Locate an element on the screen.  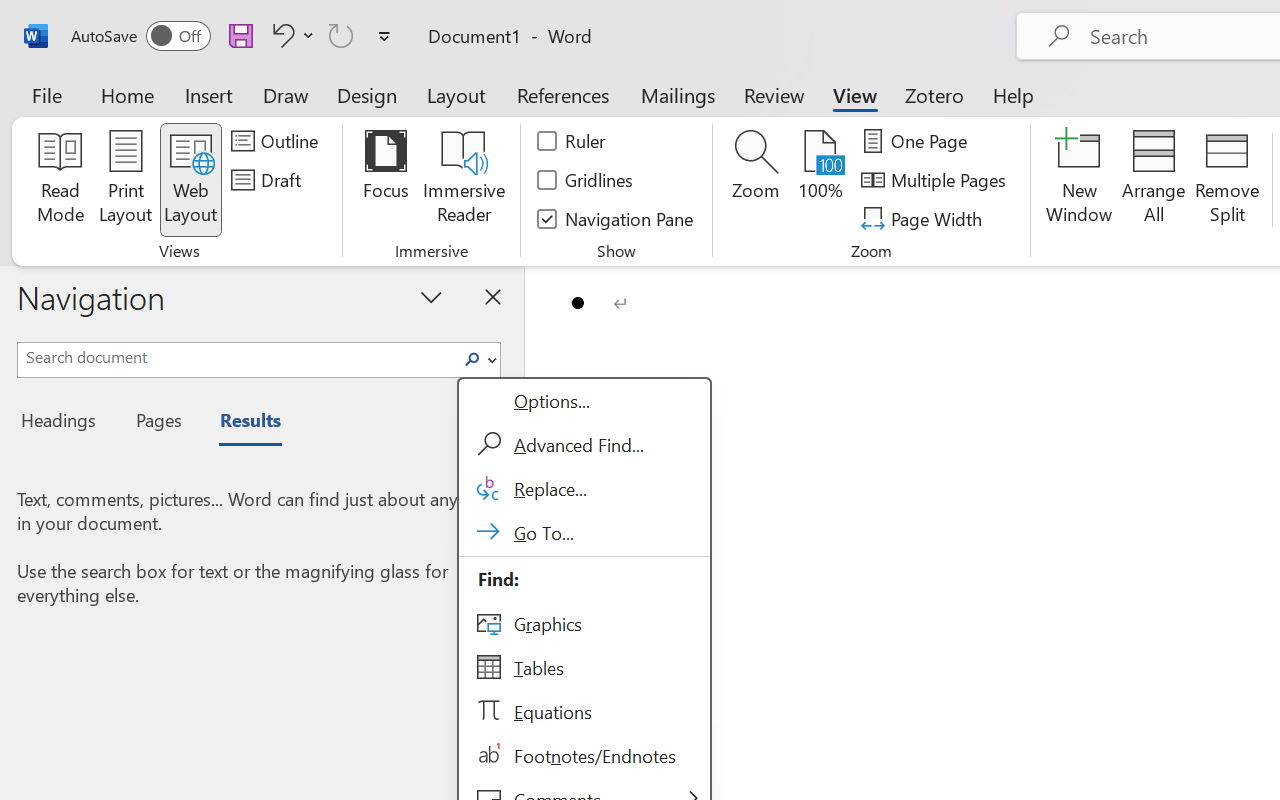
'One Page' is located at coordinates (916, 141).